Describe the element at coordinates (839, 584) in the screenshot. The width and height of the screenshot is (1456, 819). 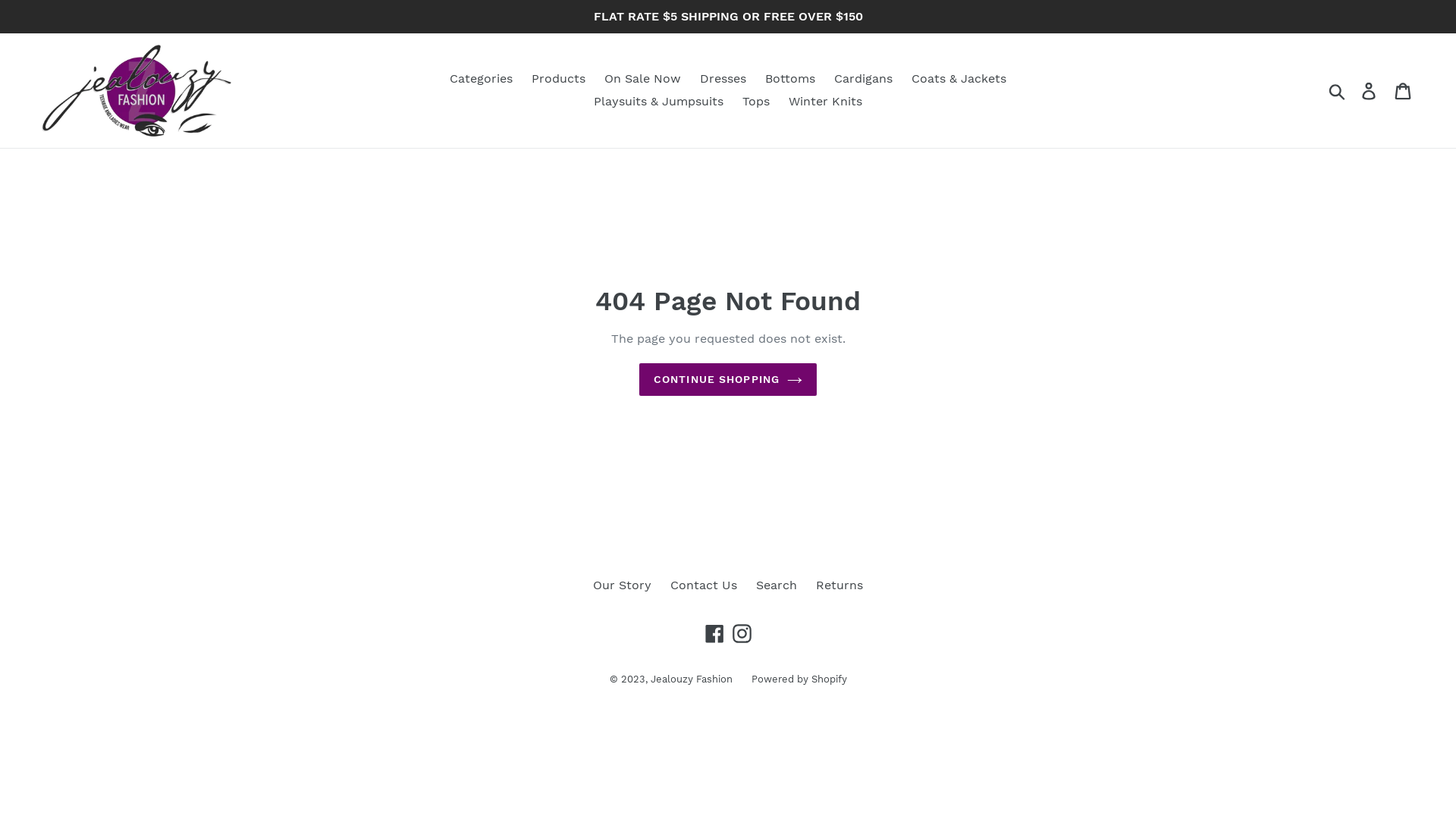
I see `'Returns'` at that location.